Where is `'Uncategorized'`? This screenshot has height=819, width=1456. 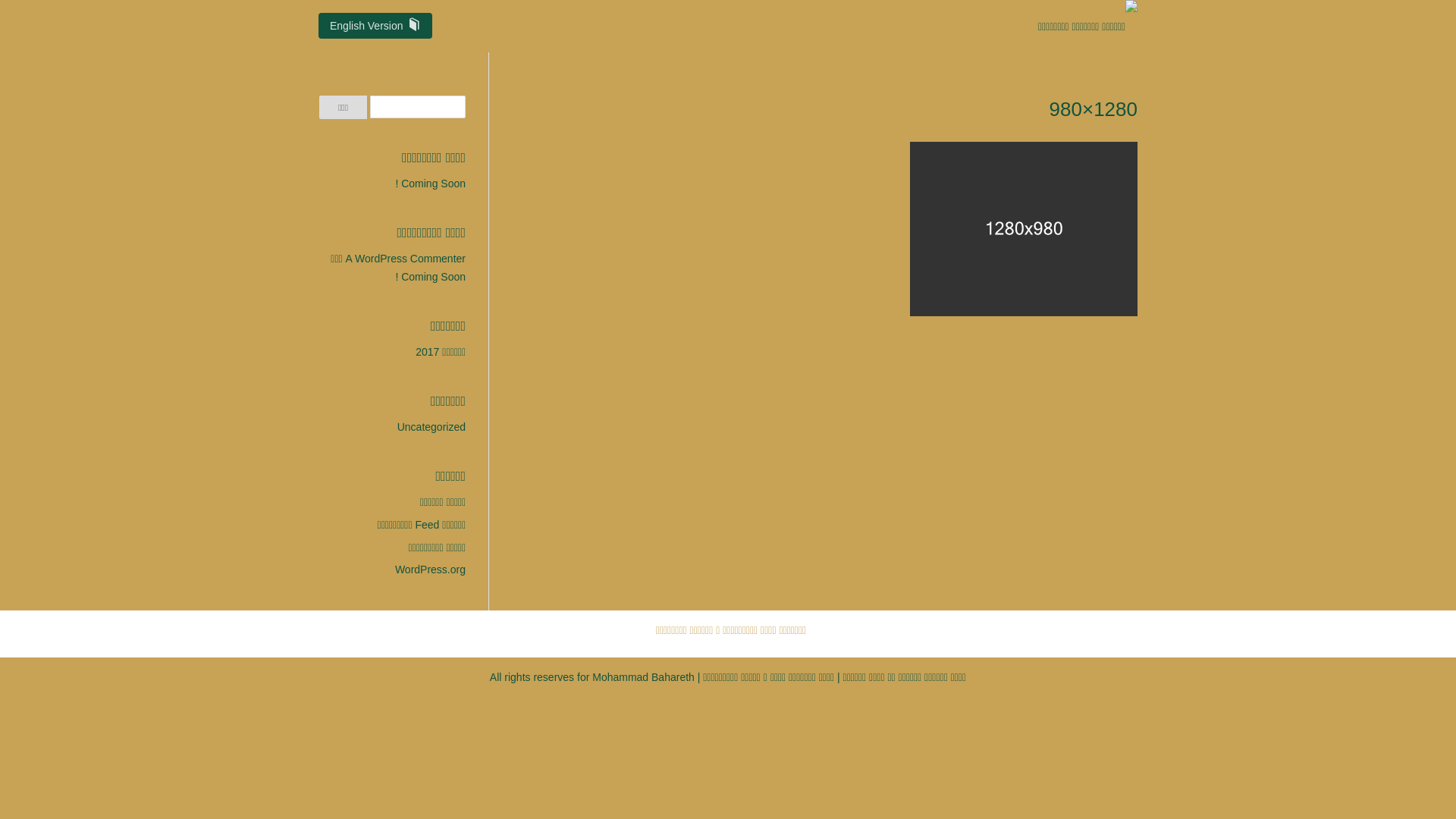
'Uncategorized' is located at coordinates (431, 427).